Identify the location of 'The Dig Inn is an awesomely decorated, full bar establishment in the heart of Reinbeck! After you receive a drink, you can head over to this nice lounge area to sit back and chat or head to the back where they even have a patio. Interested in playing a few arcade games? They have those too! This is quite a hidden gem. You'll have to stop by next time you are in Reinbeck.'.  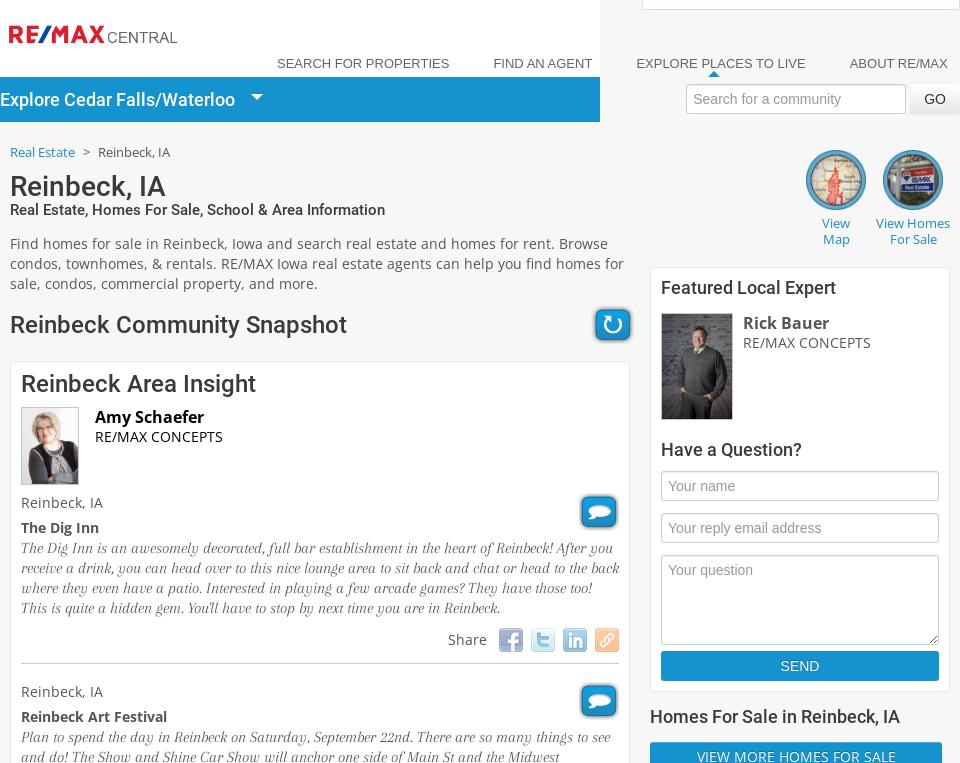
(319, 576).